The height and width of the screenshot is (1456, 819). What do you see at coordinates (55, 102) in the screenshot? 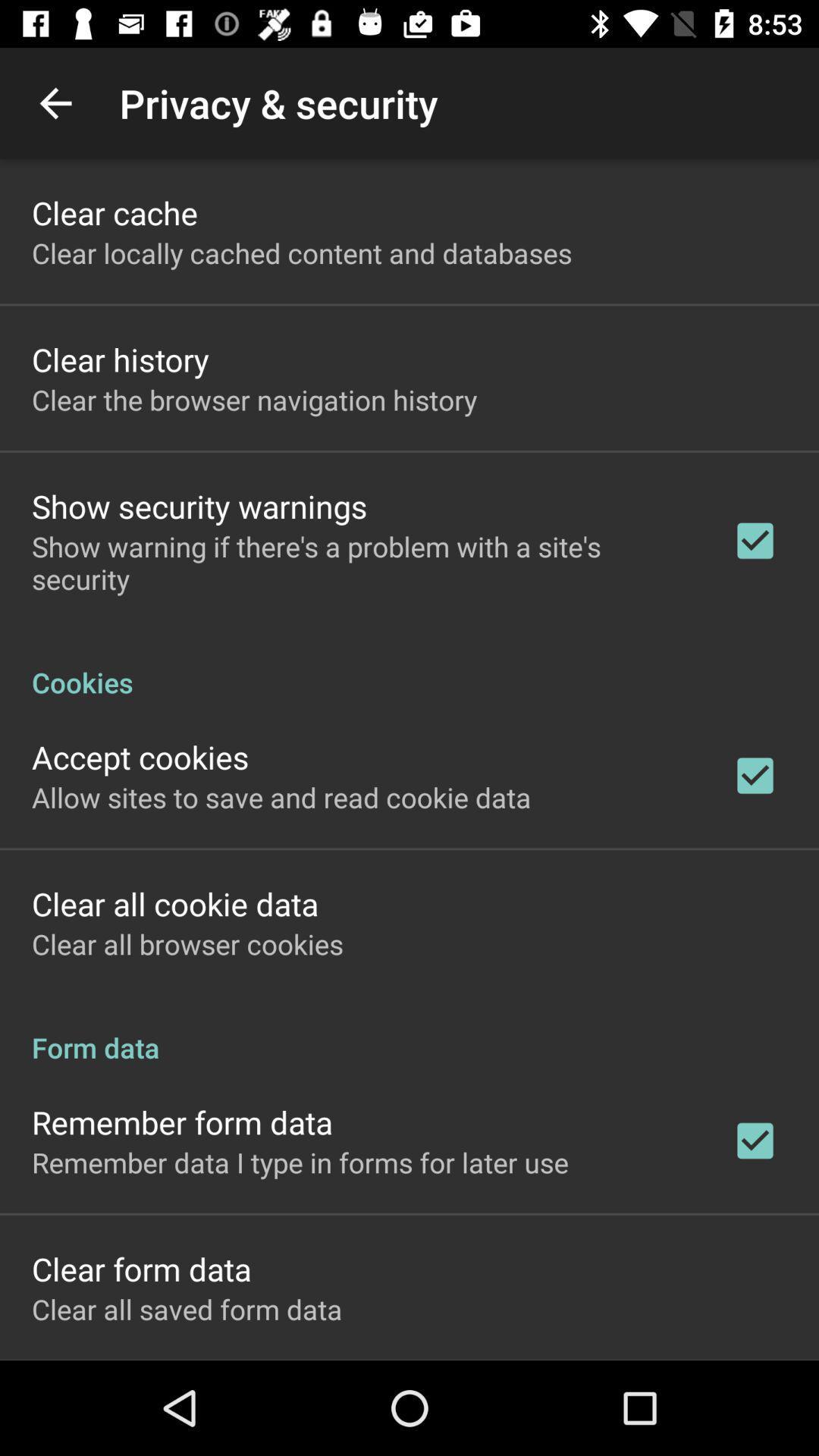
I see `the icon next to privacy & security app` at bounding box center [55, 102].